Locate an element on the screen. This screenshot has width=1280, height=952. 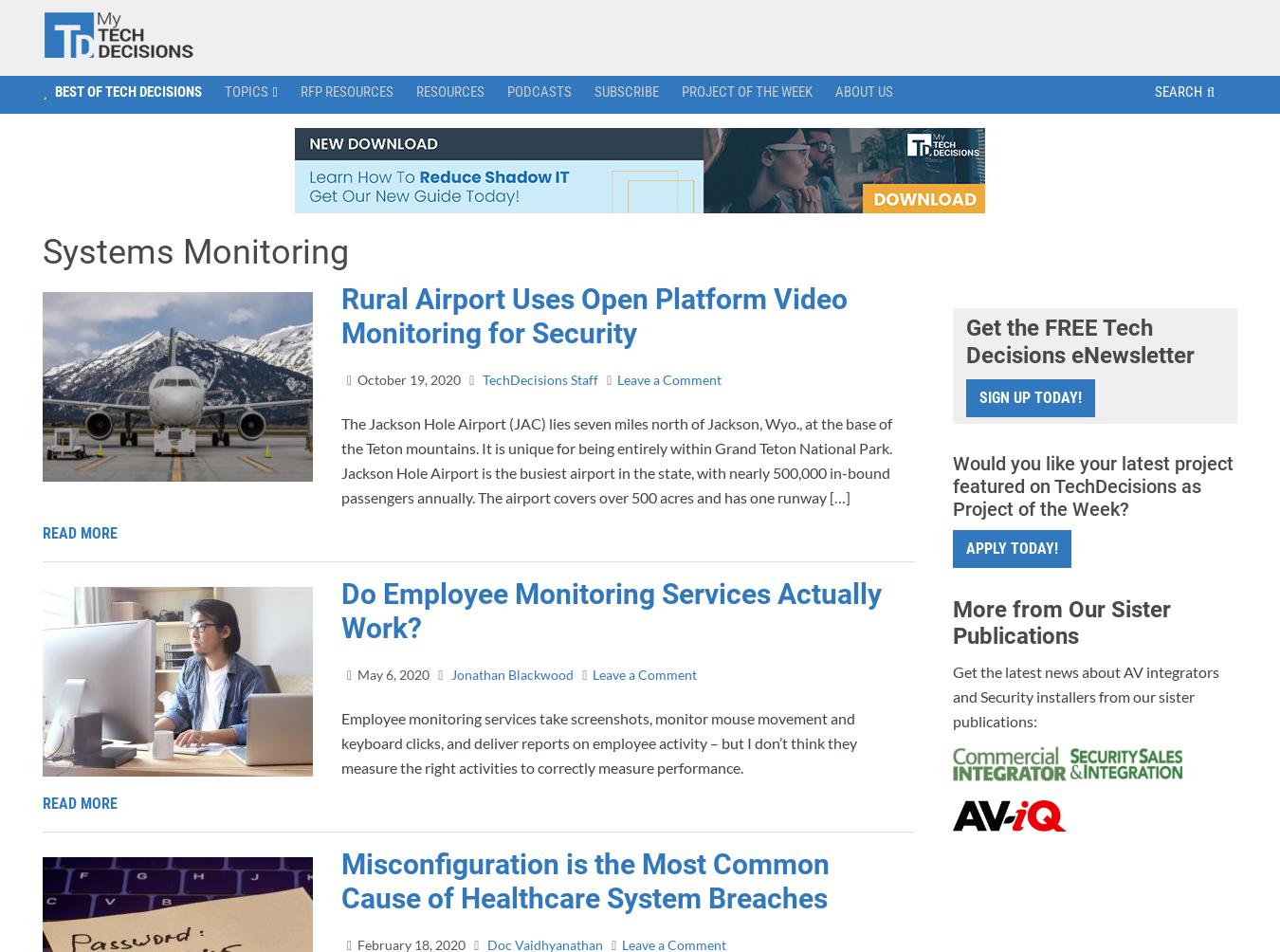
'The Jackson Hole Airport (JAC) lies seven miles north of Jackson, Wyo., at the base of the Teton mountains. It is unique for being entirely within Grand Teton National Park. Jackson Hole Airport is the busiest airport in the state, with nearly 500,000 in-bound passengers annually. The airport covers over 500 acres and has one runway […]' is located at coordinates (616, 458).